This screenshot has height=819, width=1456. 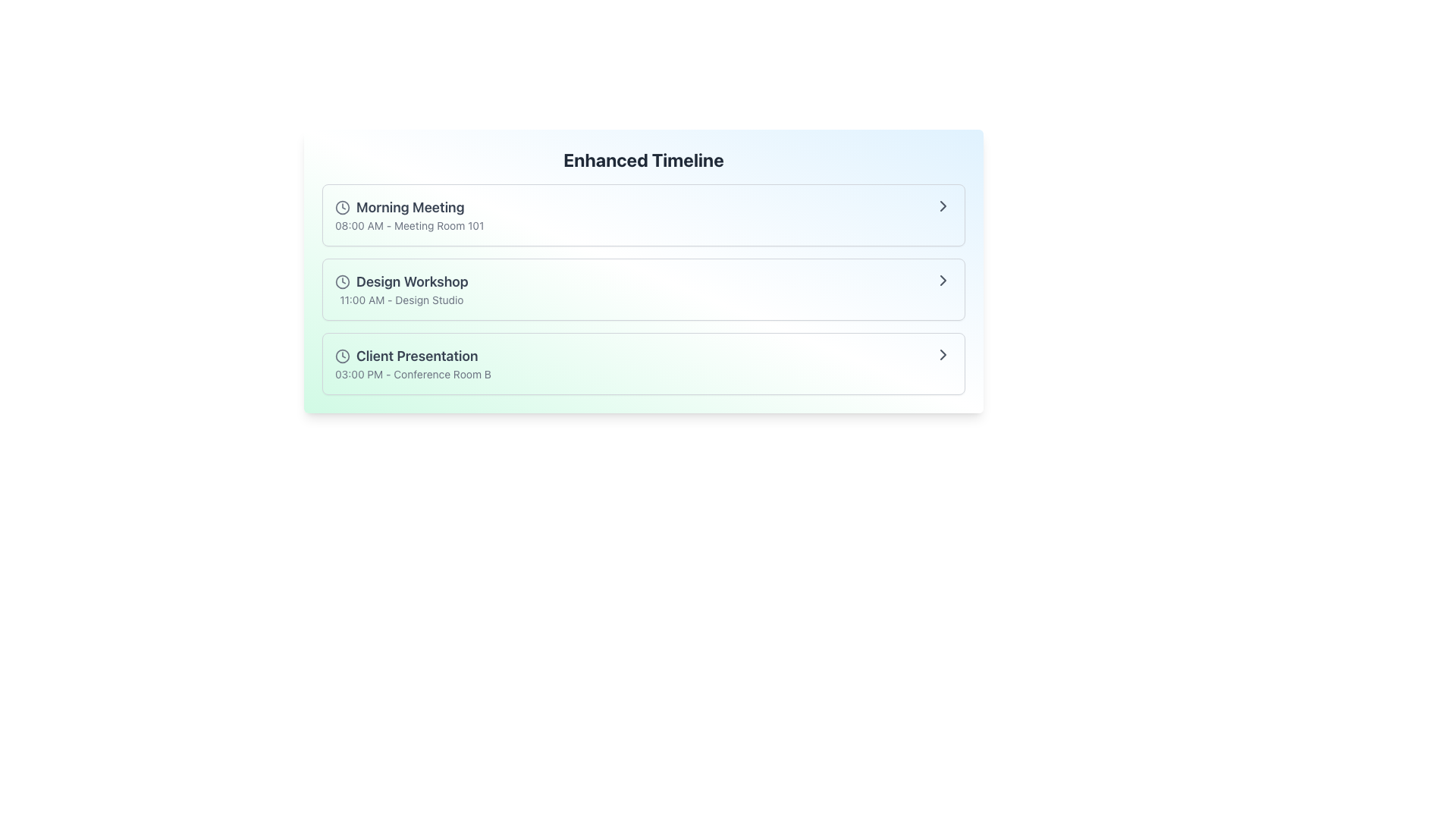 What do you see at coordinates (409, 207) in the screenshot?
I see `title text of the scheduled event entry located at the top of the timeline, which is the first line in the list item` at bounding box center [409, 207].